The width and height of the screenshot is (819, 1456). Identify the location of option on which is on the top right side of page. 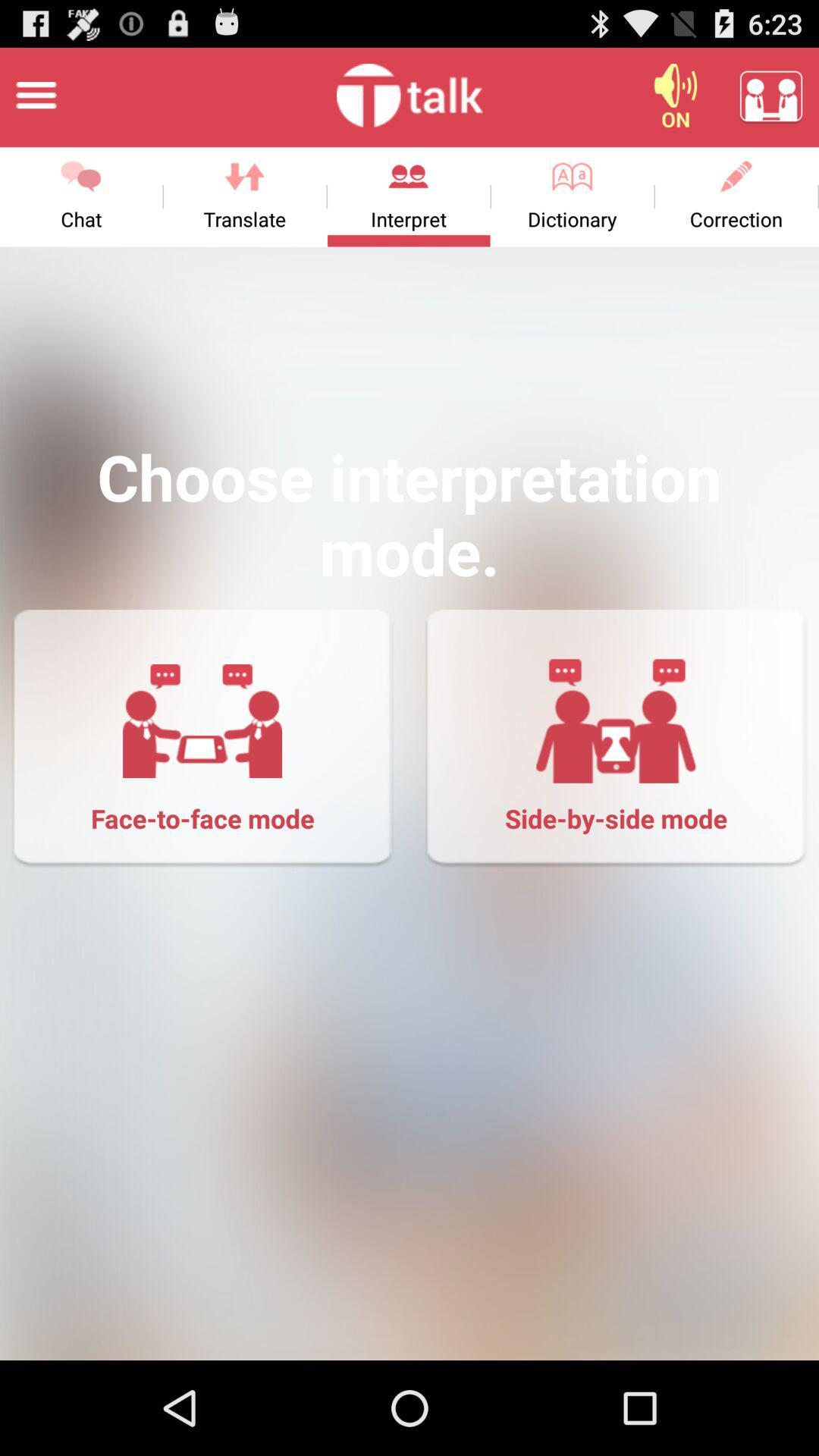
(675, 94).